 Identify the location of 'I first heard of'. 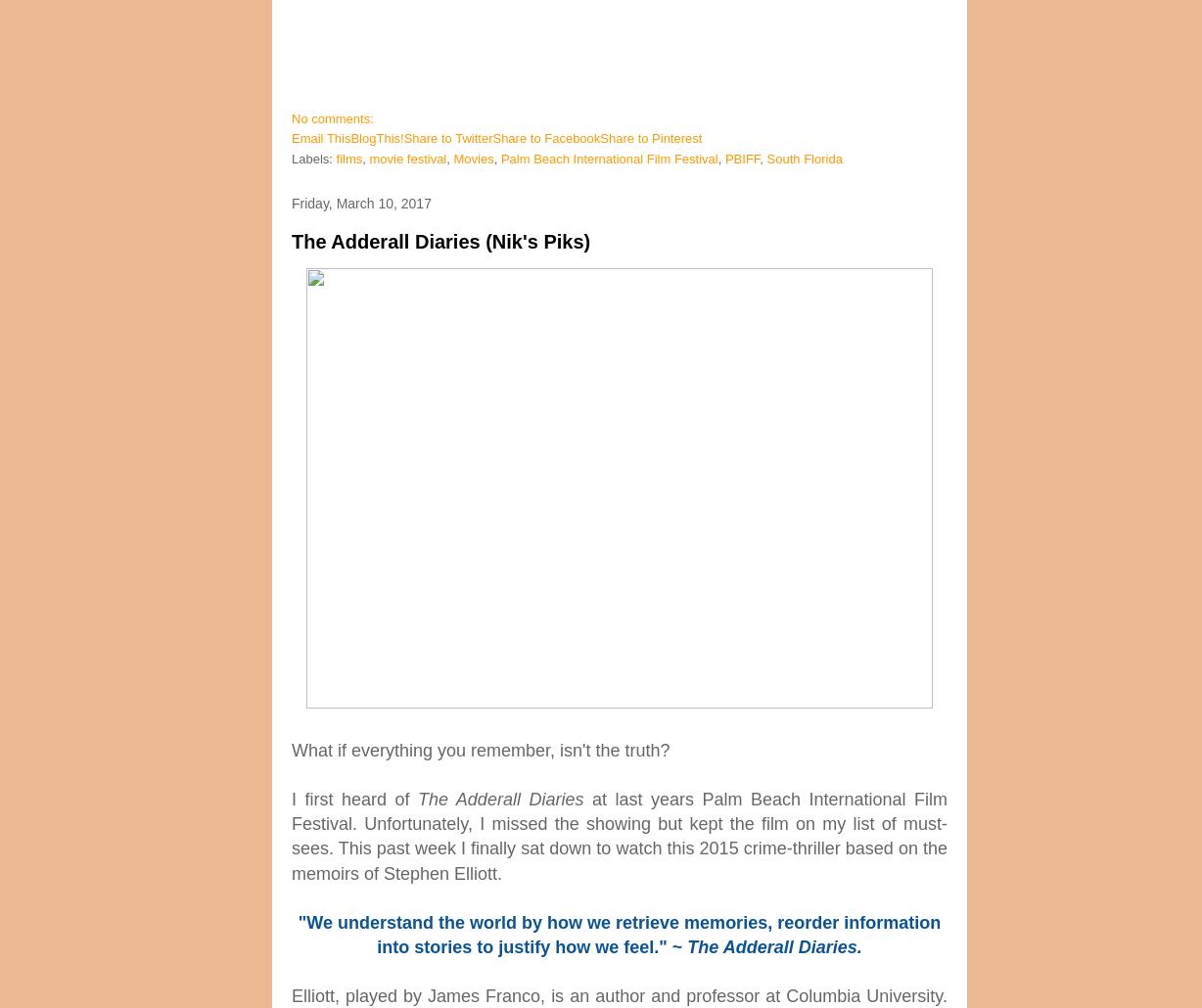
(291, 797).